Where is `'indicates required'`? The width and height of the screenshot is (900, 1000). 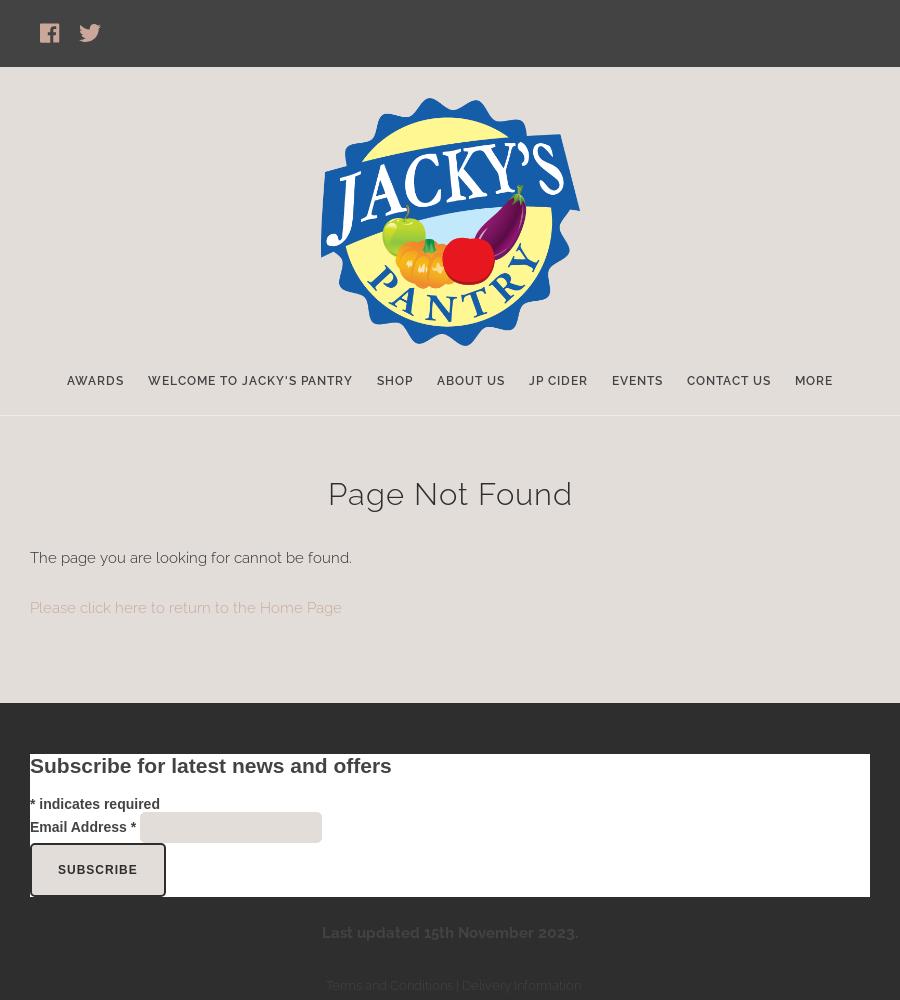
'indicates required' is located at coordinates (96, 803).